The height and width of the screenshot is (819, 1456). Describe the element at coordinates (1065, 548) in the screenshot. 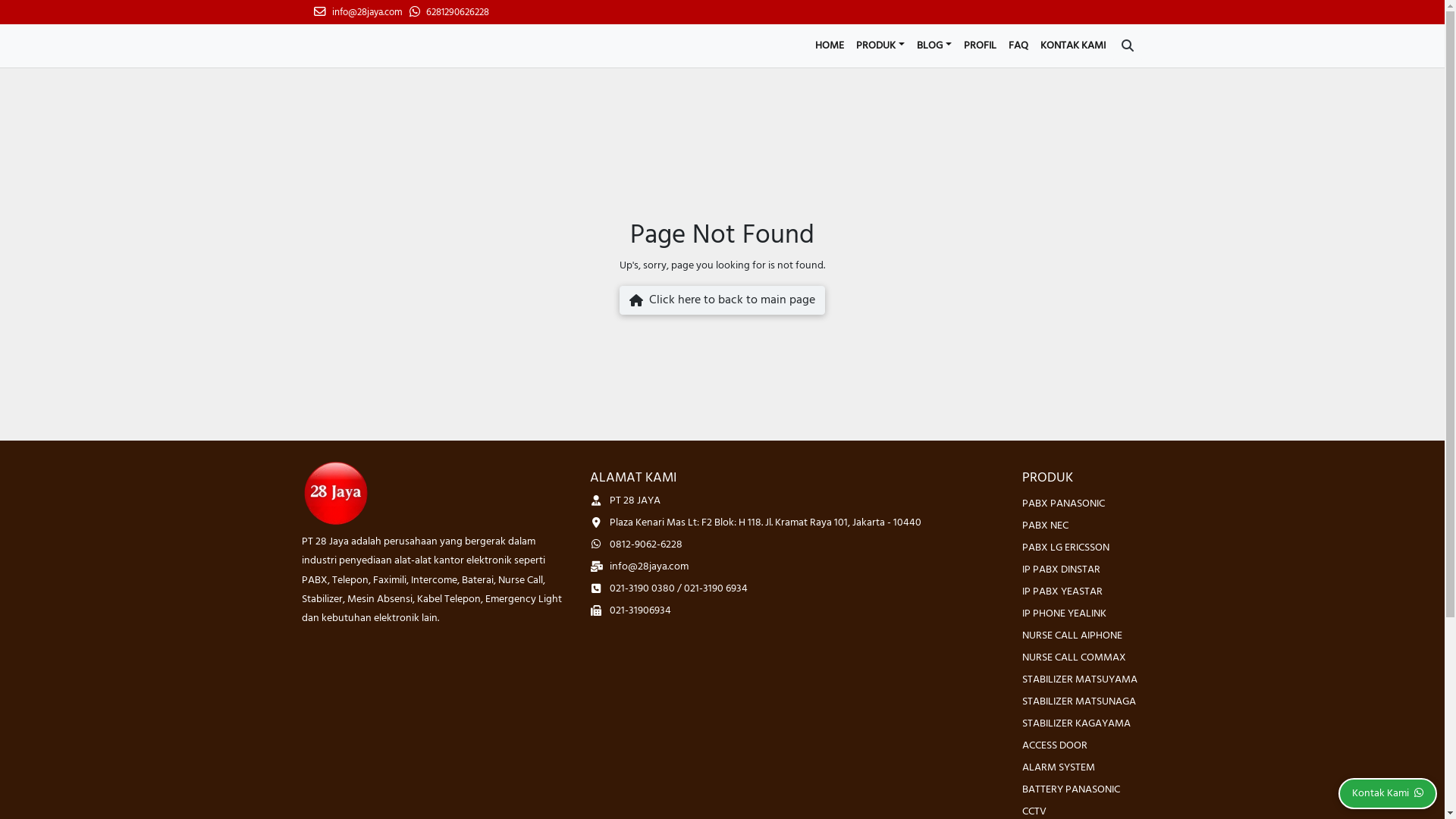

I see `'PABX LG ERICSSON'` at that location.